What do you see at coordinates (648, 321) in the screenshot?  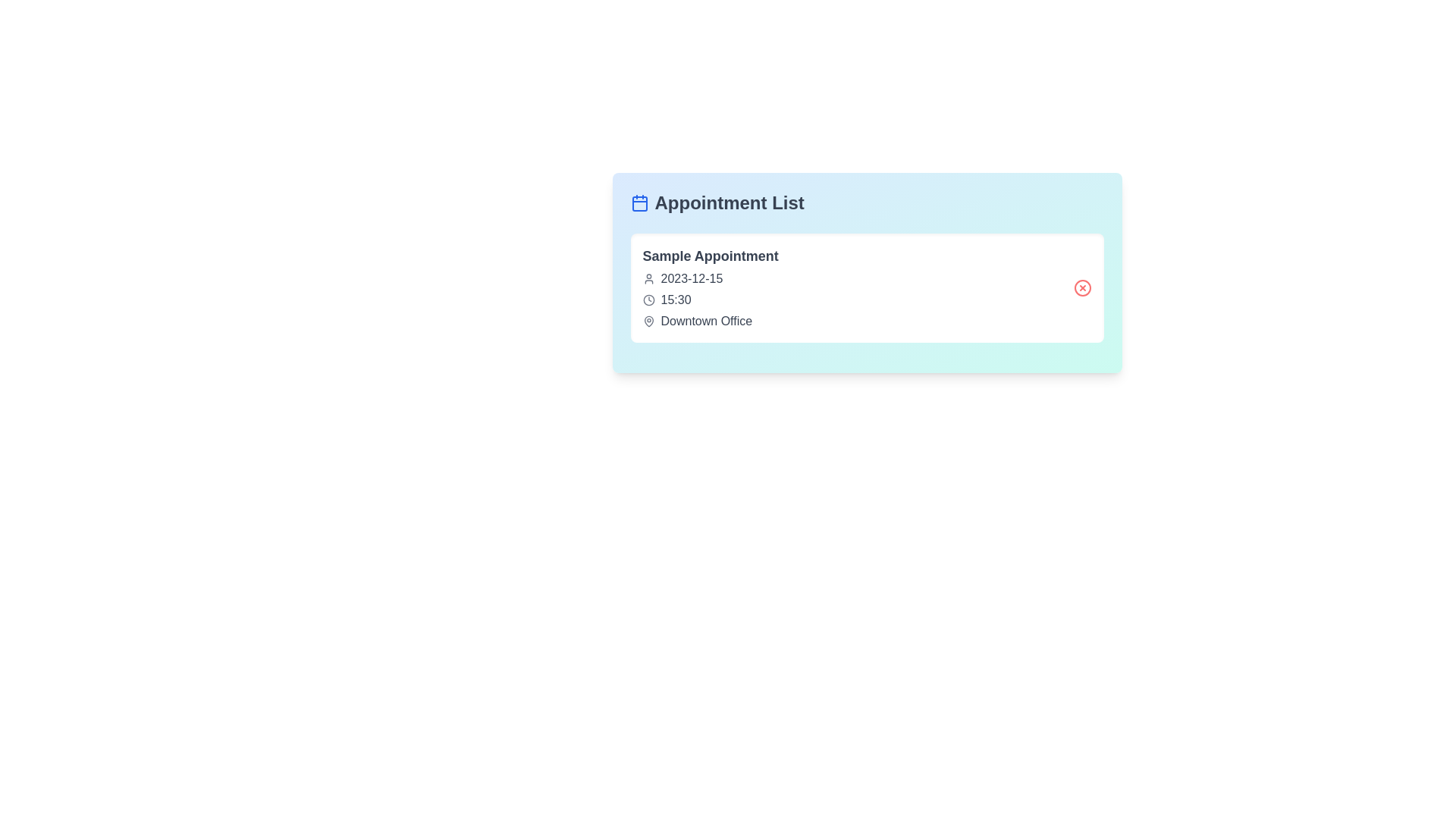 I see `the map pin icon located to the left of the text 'Downtown Office' in the appointment card` at bounding box center [648, 321].